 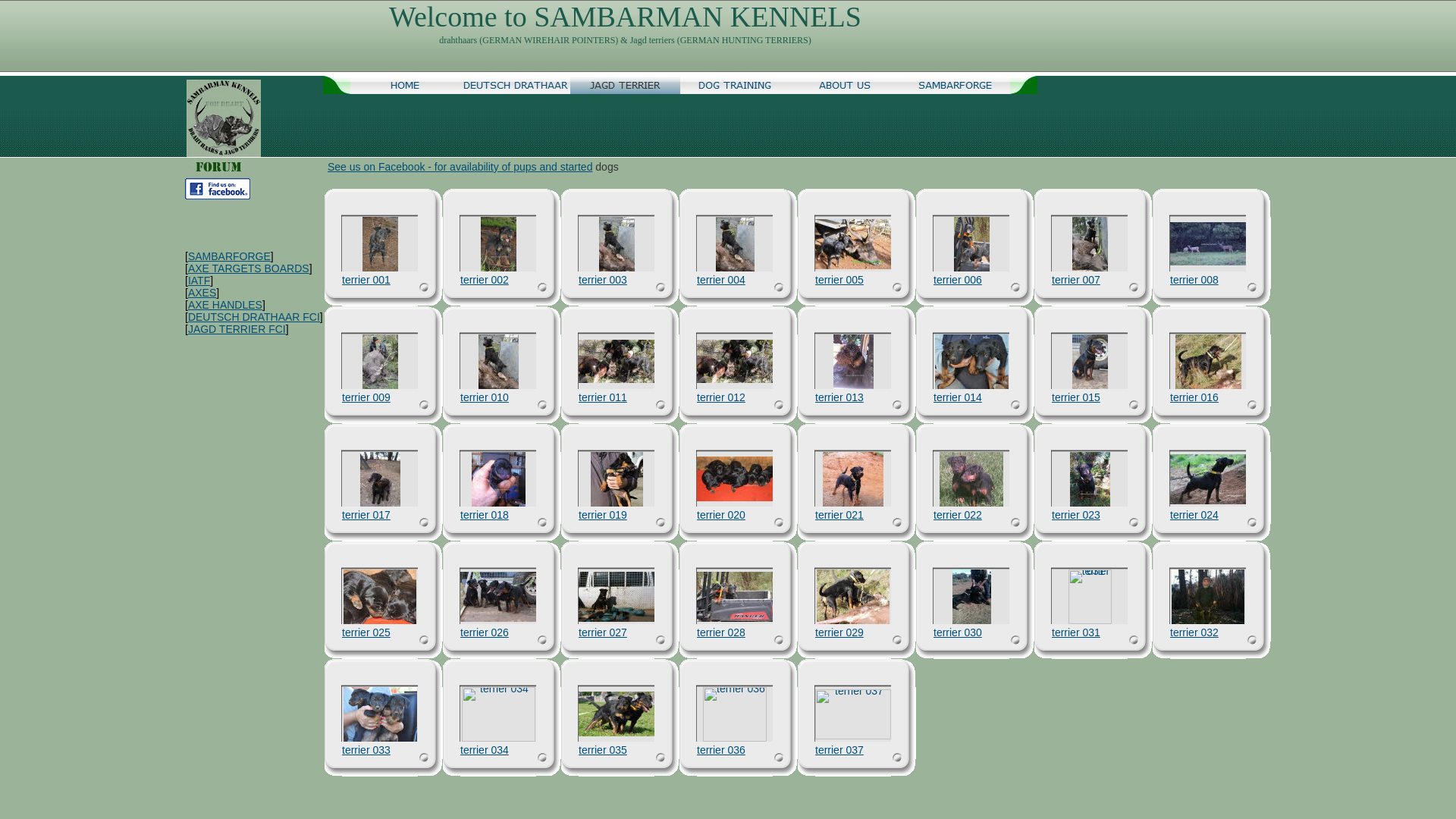 What do you see at coordinates (483, 748) in the screenshot?
I see `'terrier 034'` at bounding box center [483, 748].